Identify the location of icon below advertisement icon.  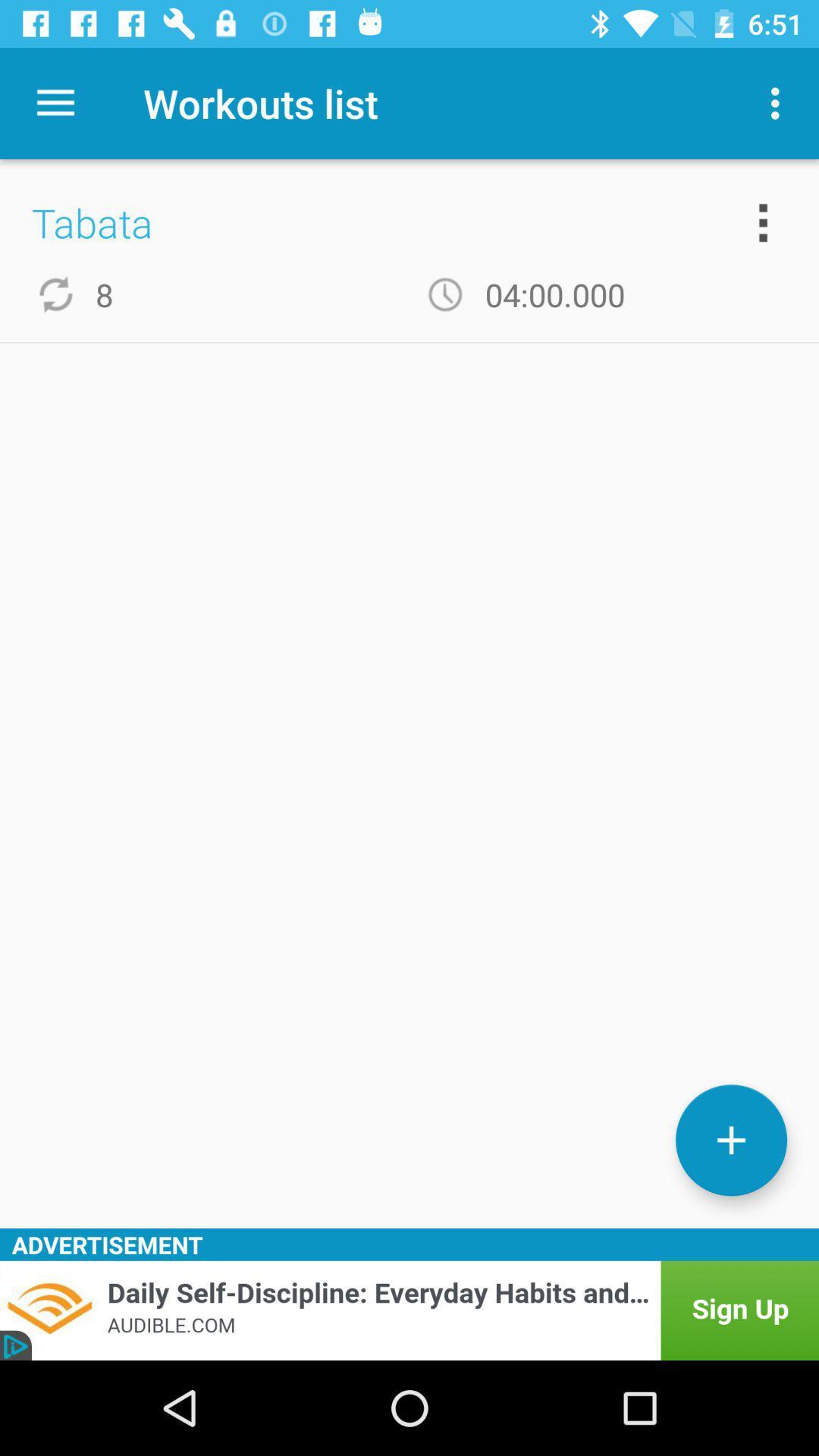
(409, 1310).